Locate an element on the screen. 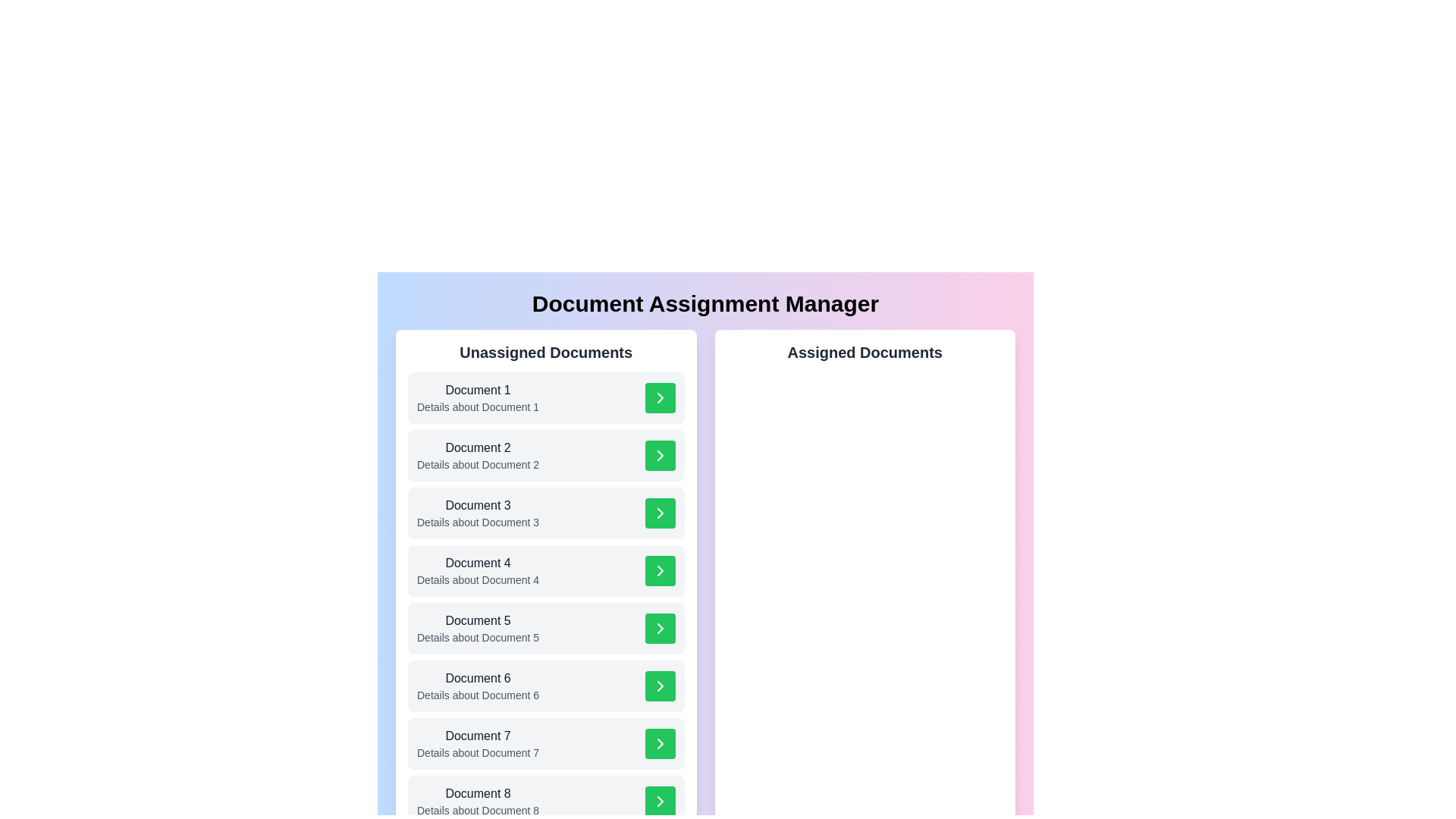 This screenshot has height=819, width=1456. additional information text located below 'Document 4' in the fourth item of the 'Unassigned Documents' list is located at coordinates (477, 579).